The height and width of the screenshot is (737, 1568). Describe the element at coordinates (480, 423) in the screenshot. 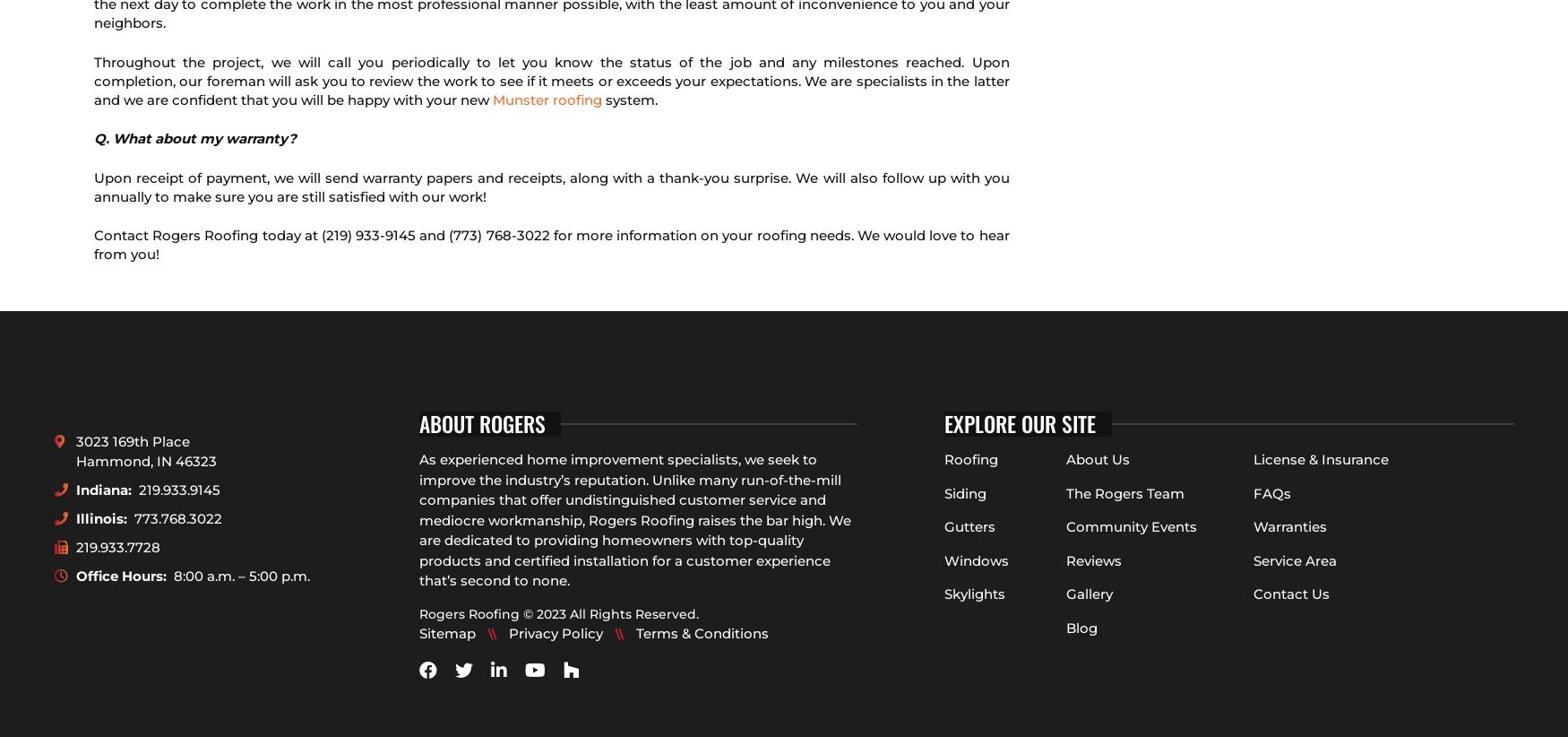

I see `'About Rogers'` at that location.